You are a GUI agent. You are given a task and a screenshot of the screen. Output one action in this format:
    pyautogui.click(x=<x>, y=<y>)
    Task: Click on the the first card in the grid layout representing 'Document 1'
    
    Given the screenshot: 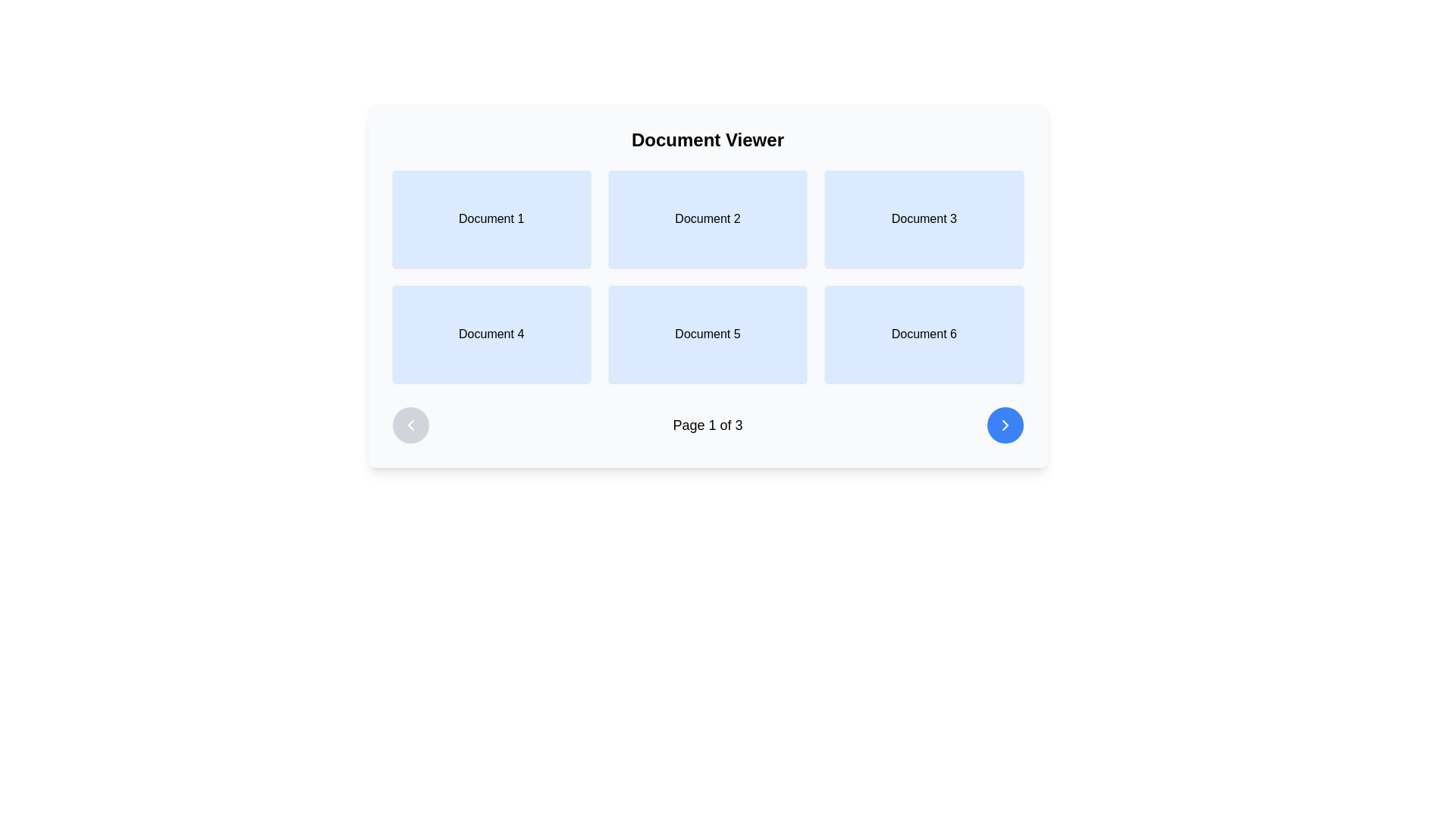 What is the action you would take?
    pyautogui.click(x=491, y=219)
    